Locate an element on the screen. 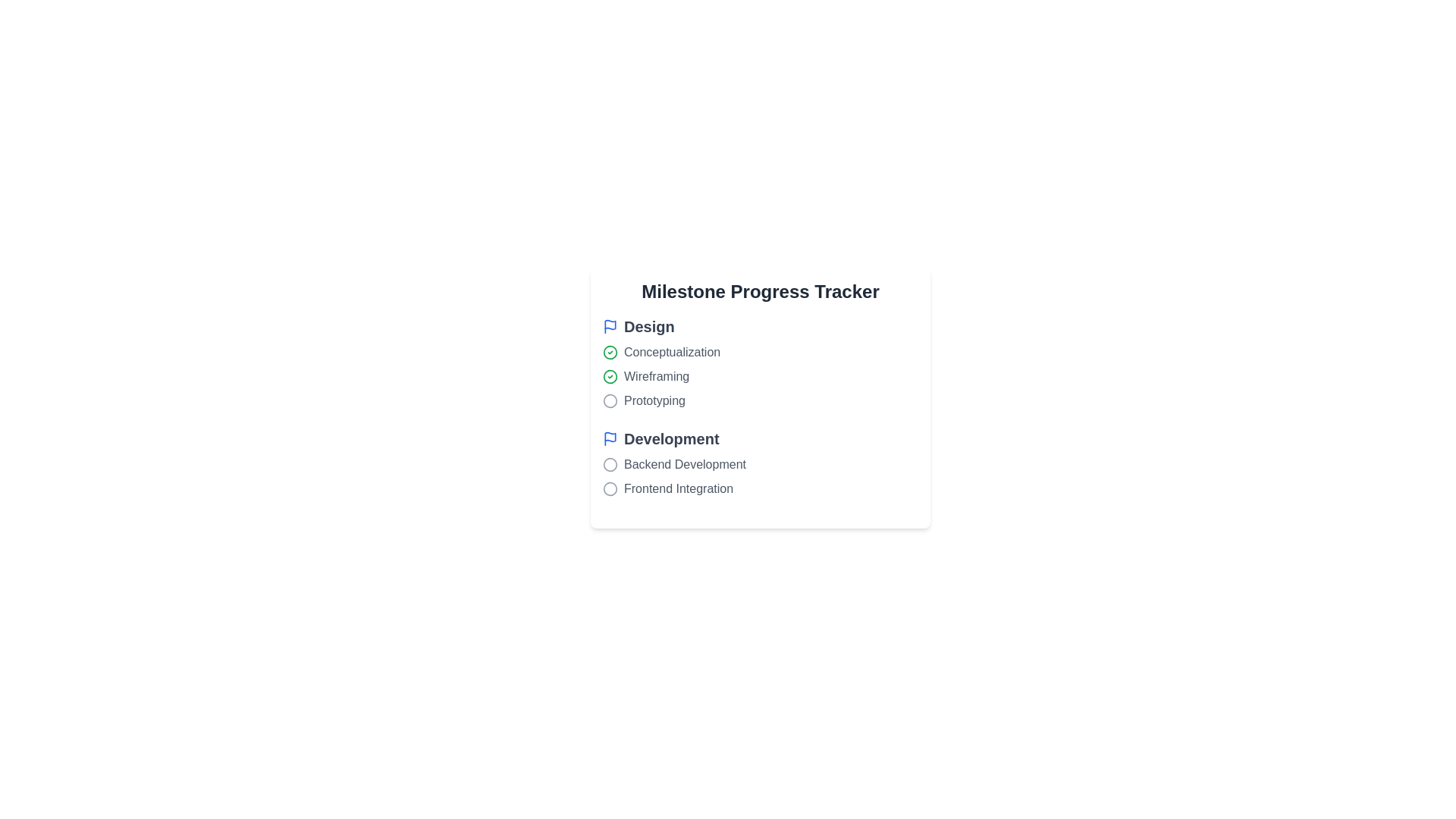 This screenshot has height=819, width=1456. the status indicated by the Circle icon for milestone status next to the 'Frontend Integration' marker in the 'Development' section of the milestone tracker is located at coordinates (610, 488).